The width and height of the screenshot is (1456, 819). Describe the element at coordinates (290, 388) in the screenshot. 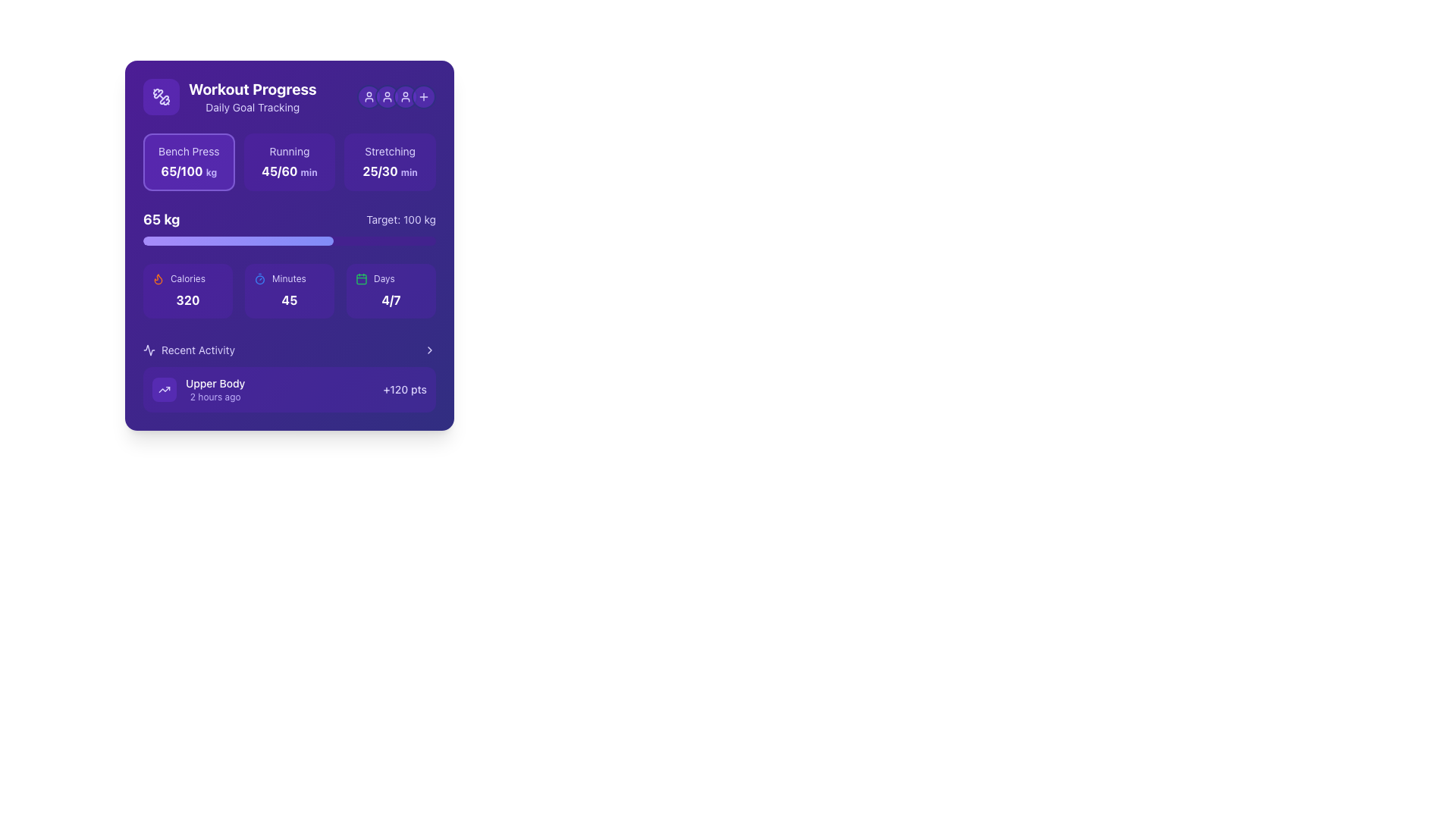

I see `the 'Upper Body' workout activity summary item located in the 'Recent Activity' section of the 'Workout Progress' card to view its details` at that location.